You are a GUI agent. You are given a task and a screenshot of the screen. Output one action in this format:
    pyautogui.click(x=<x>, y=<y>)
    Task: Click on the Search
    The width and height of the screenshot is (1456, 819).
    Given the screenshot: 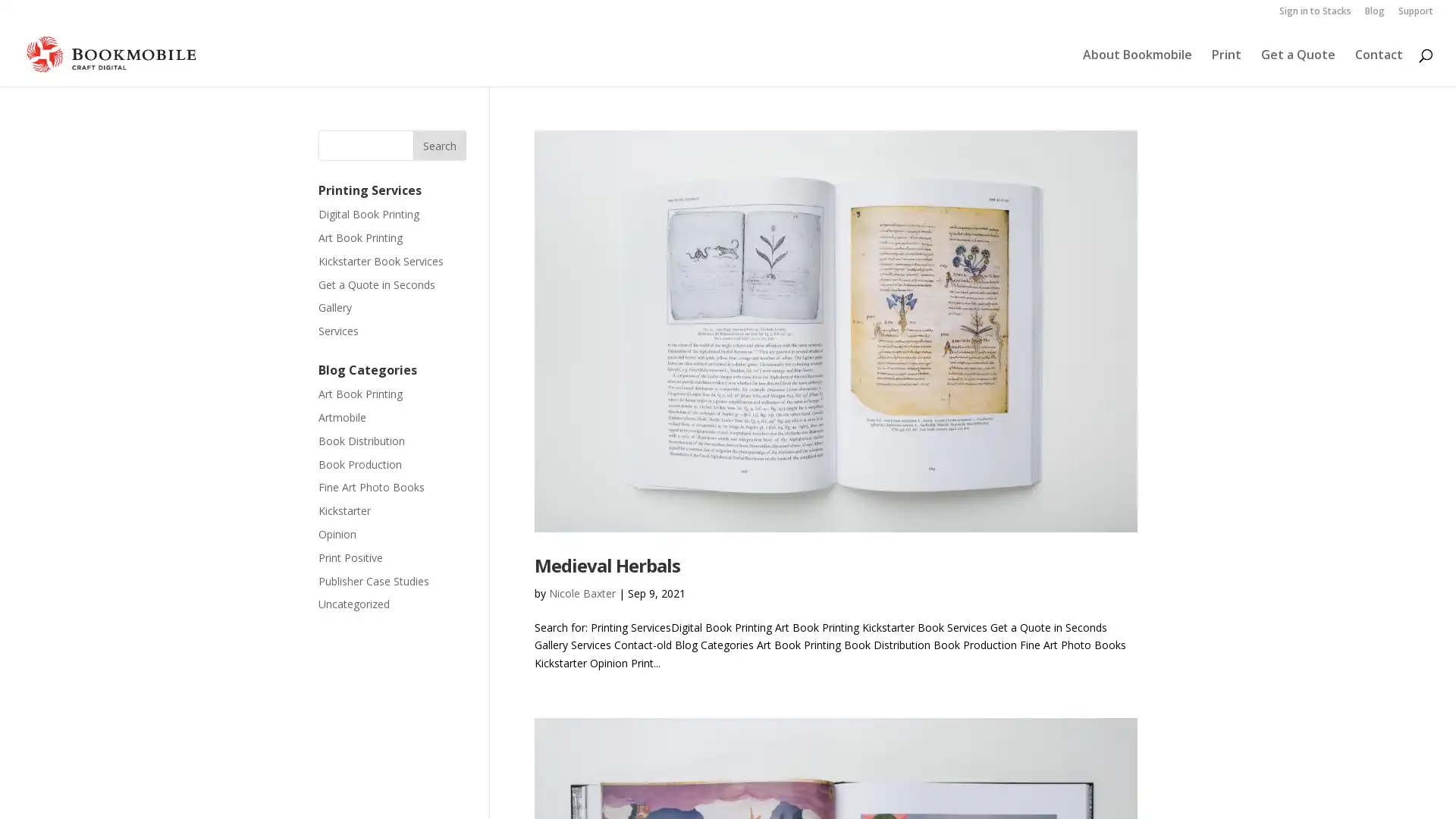 What is the action you would take?
    pyautogui.click(x=439, y=146)
    